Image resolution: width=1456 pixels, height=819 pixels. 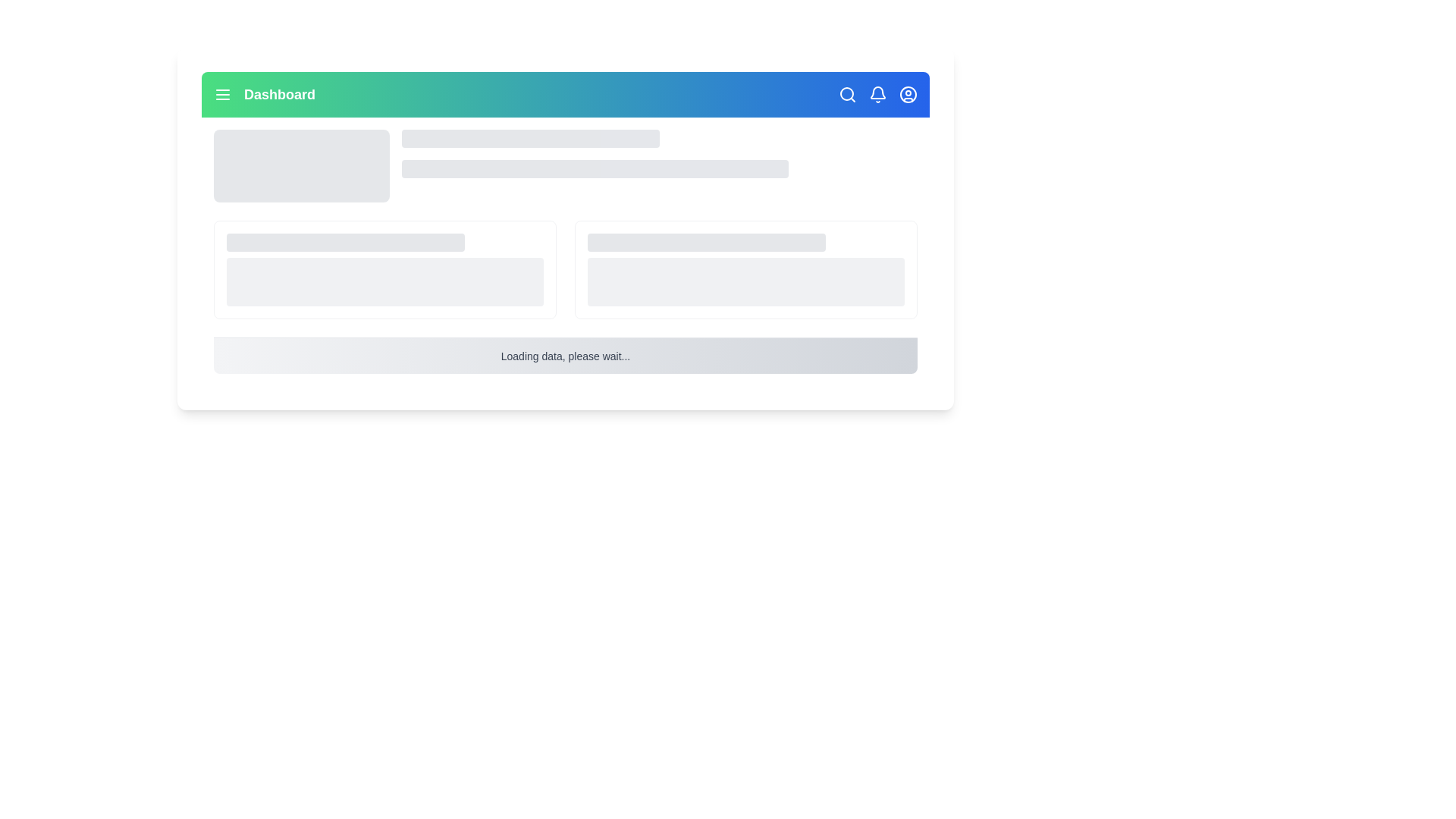 What do you see at coordinates (564, 356) in the screenshot?
I see `the static text label that displays the message 'Loading data, please wait...' located at the bottom part of the content area` at bounding box center [564, 356].